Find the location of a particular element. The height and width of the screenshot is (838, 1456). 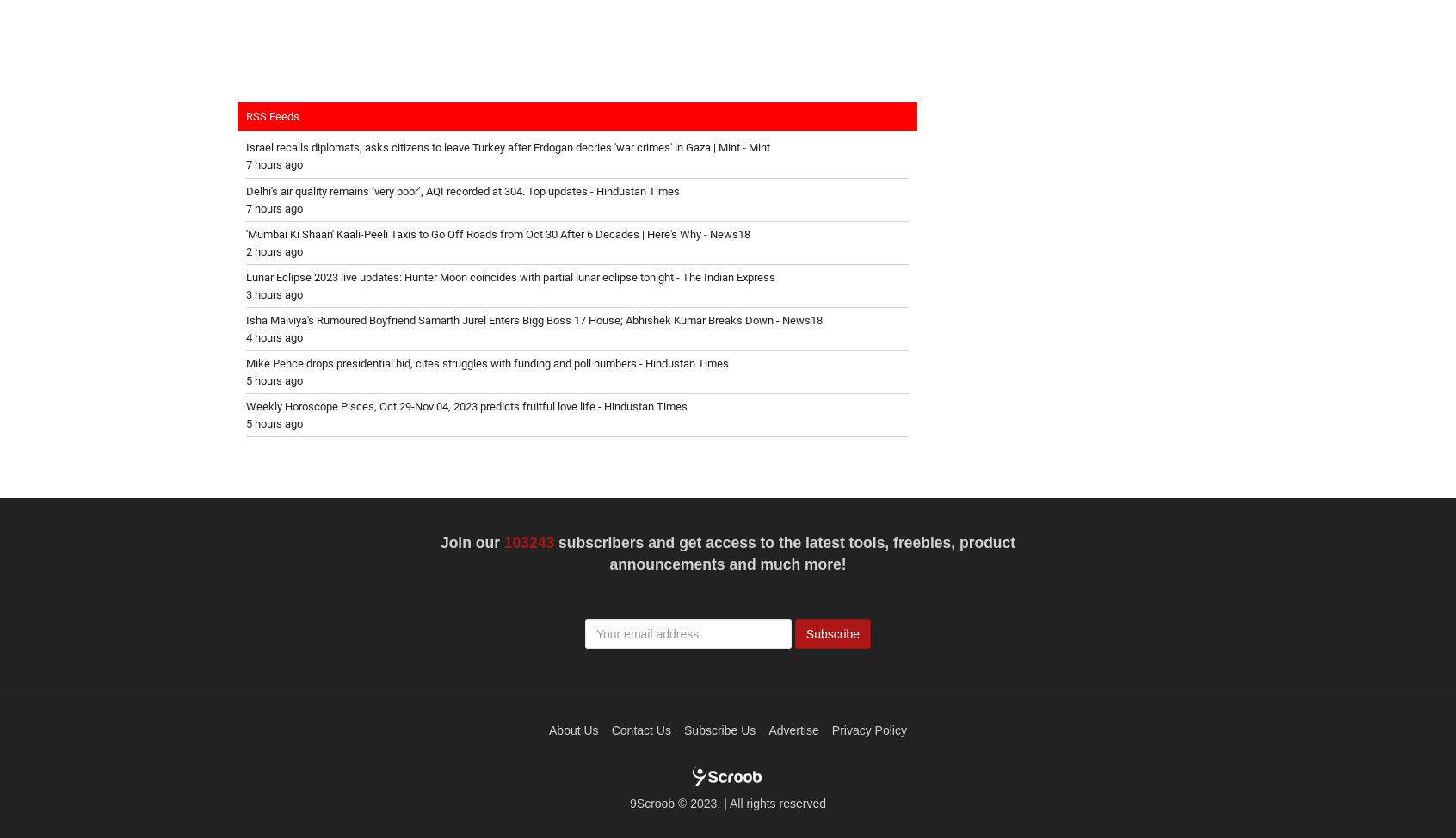

'Lunar Eclipse 2023 live updates: Hunter Moon coincides with partial lunar eclipse tonight - The Indian Express' is located at coordinates (509, 275).